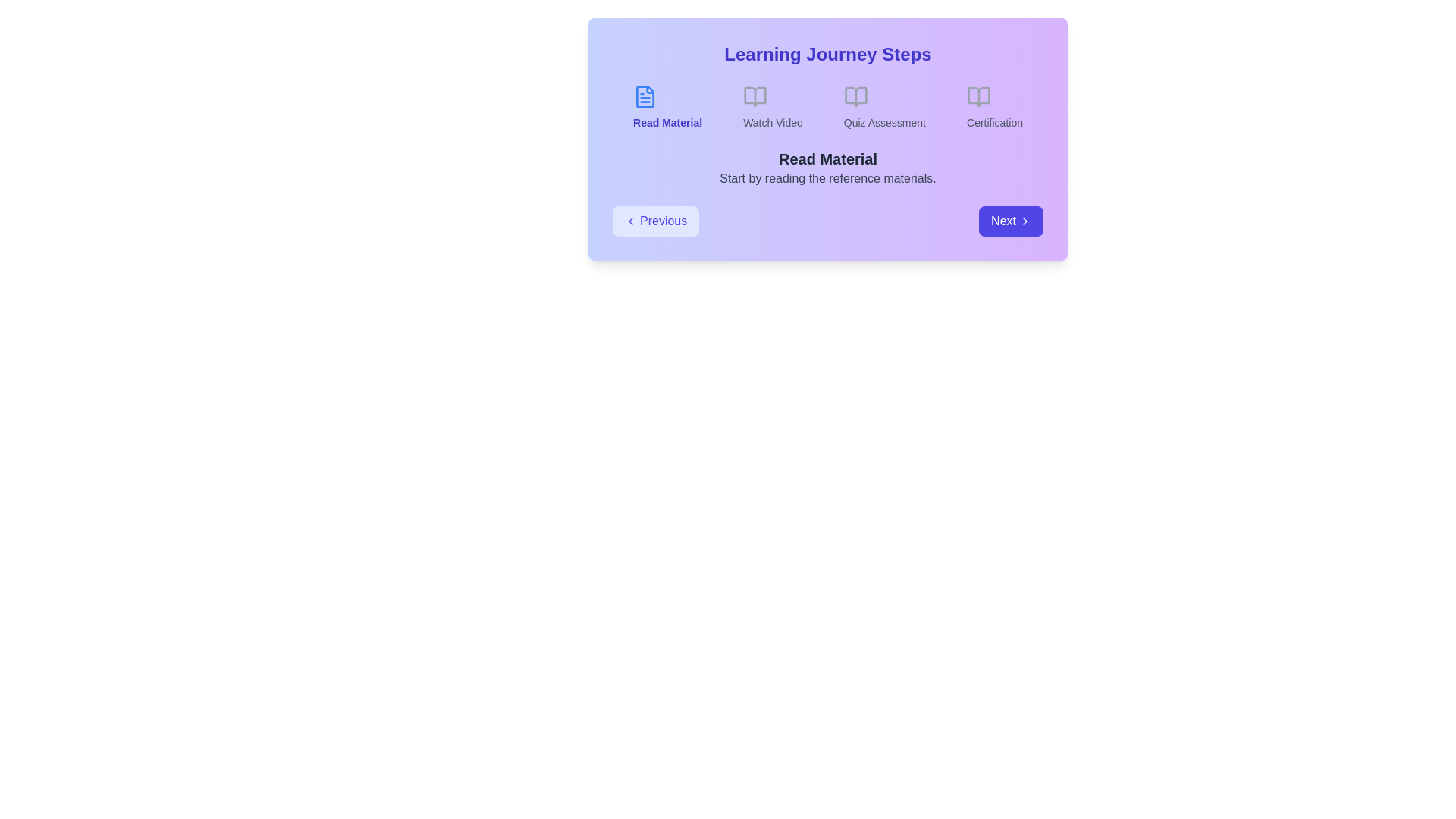 This screenshot has width=1456, height=819. I want to click on the text label displaying the word 'Certification', which is styled in a smaller gray font and is positioned under an icon resembling an open book, as the fourth element in a horizontal row of items representing steps, so click(994, 122).